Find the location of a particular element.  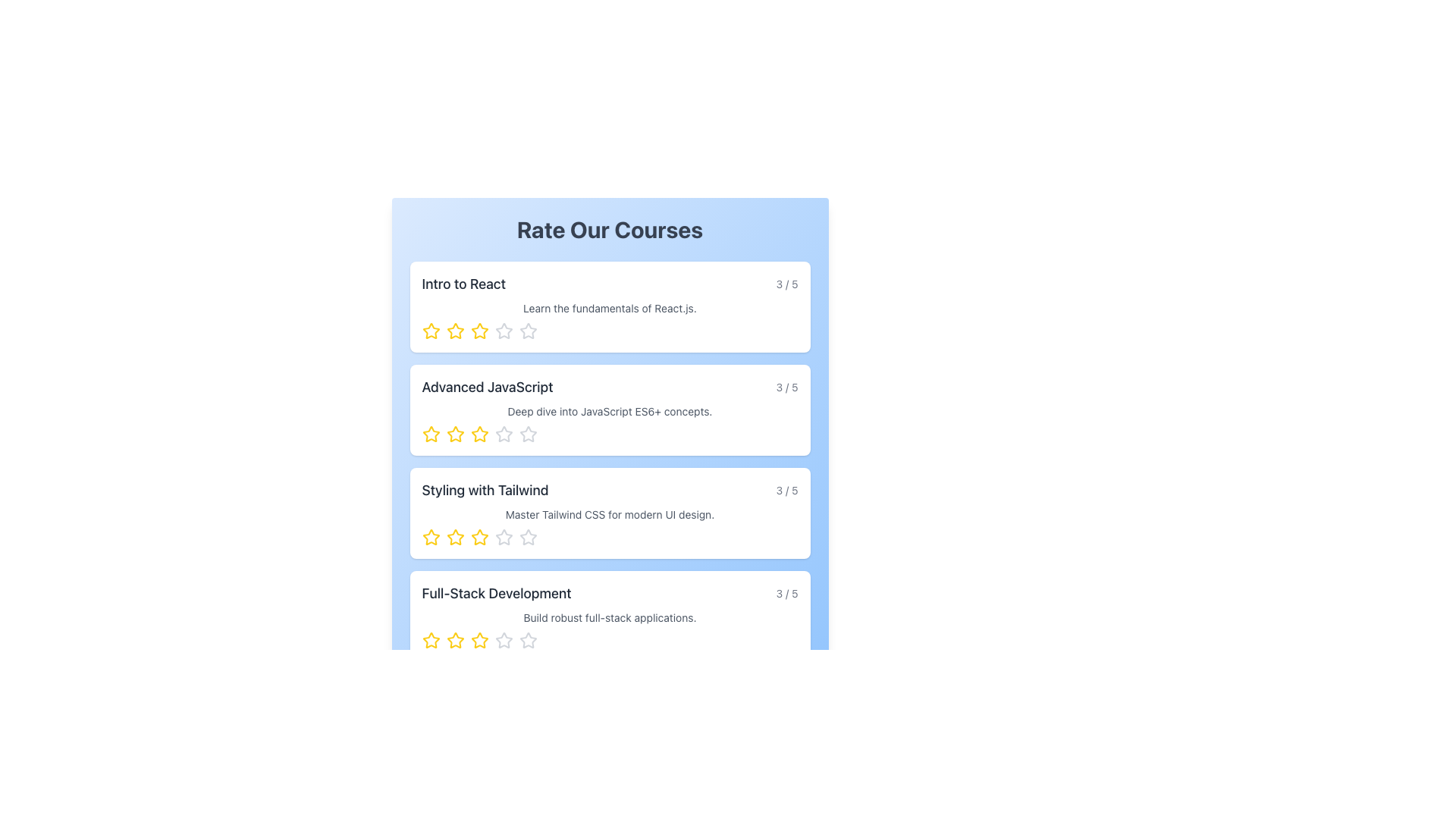

the second filled star in the 5-star rating system for the 'Full-Stack Development' course is located at coordinates (454, 640).